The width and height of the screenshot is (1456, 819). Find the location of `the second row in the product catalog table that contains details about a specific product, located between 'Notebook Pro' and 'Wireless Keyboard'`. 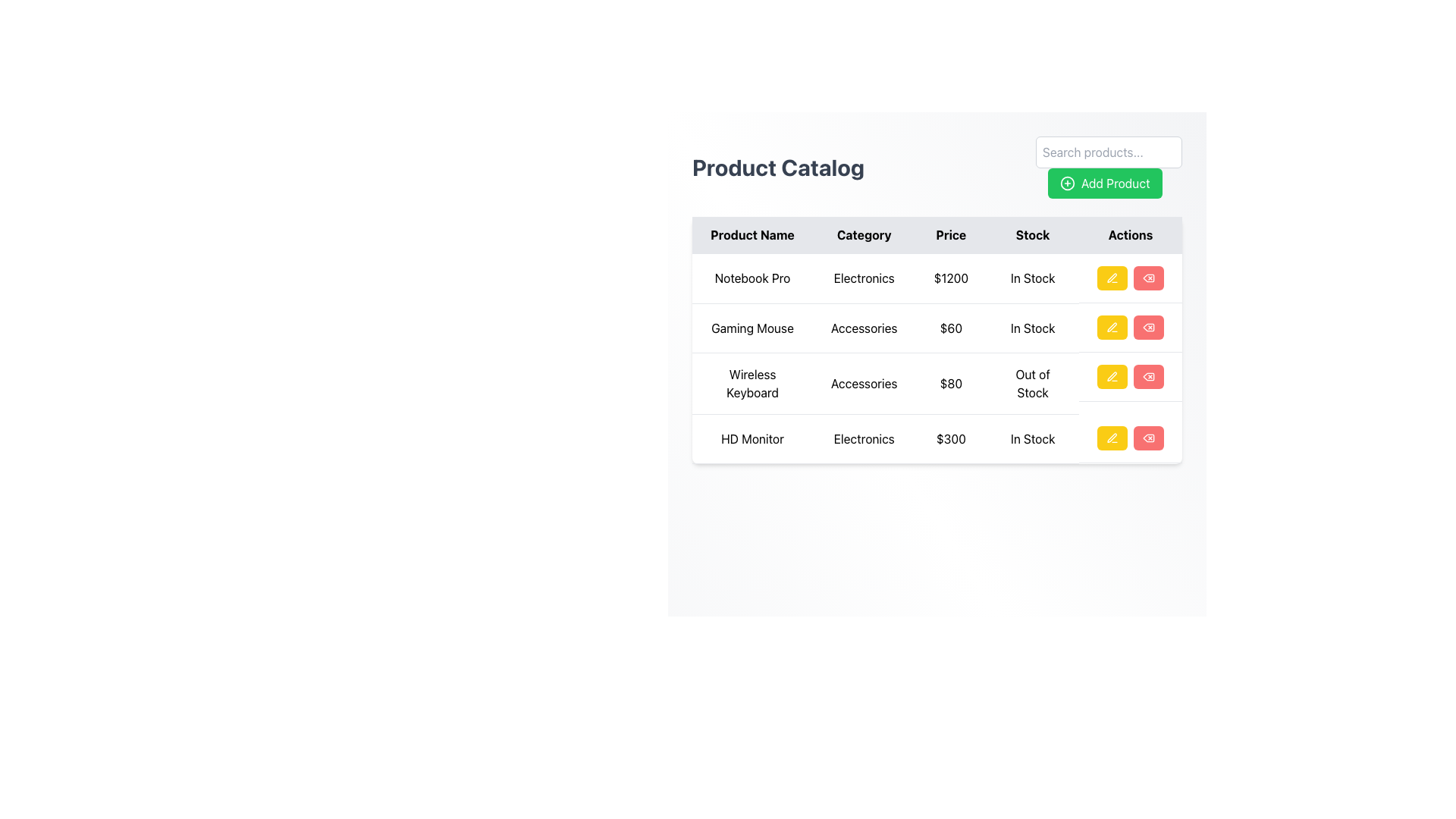

the second row in the product catalog table that contains details about a specific product, located between 'Notebook Pro' and 'Wireless Keyboard' is located at coordinates (937, 327).